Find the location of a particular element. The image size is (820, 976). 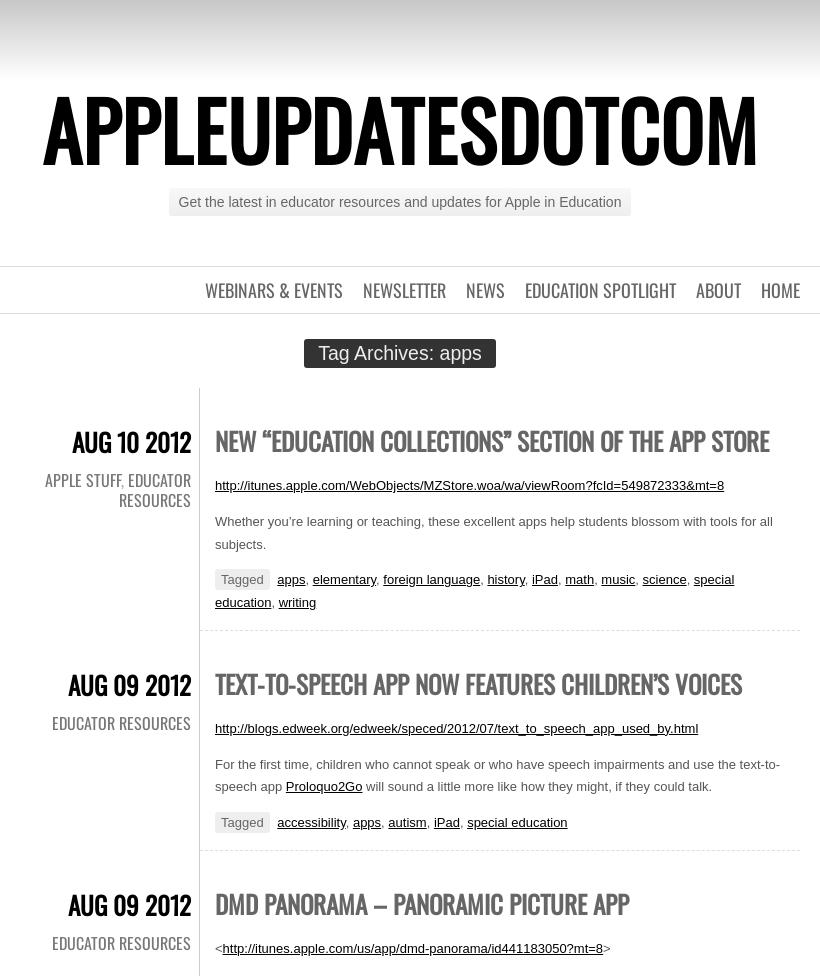

'elementary' is located at coordinates (342, 579).